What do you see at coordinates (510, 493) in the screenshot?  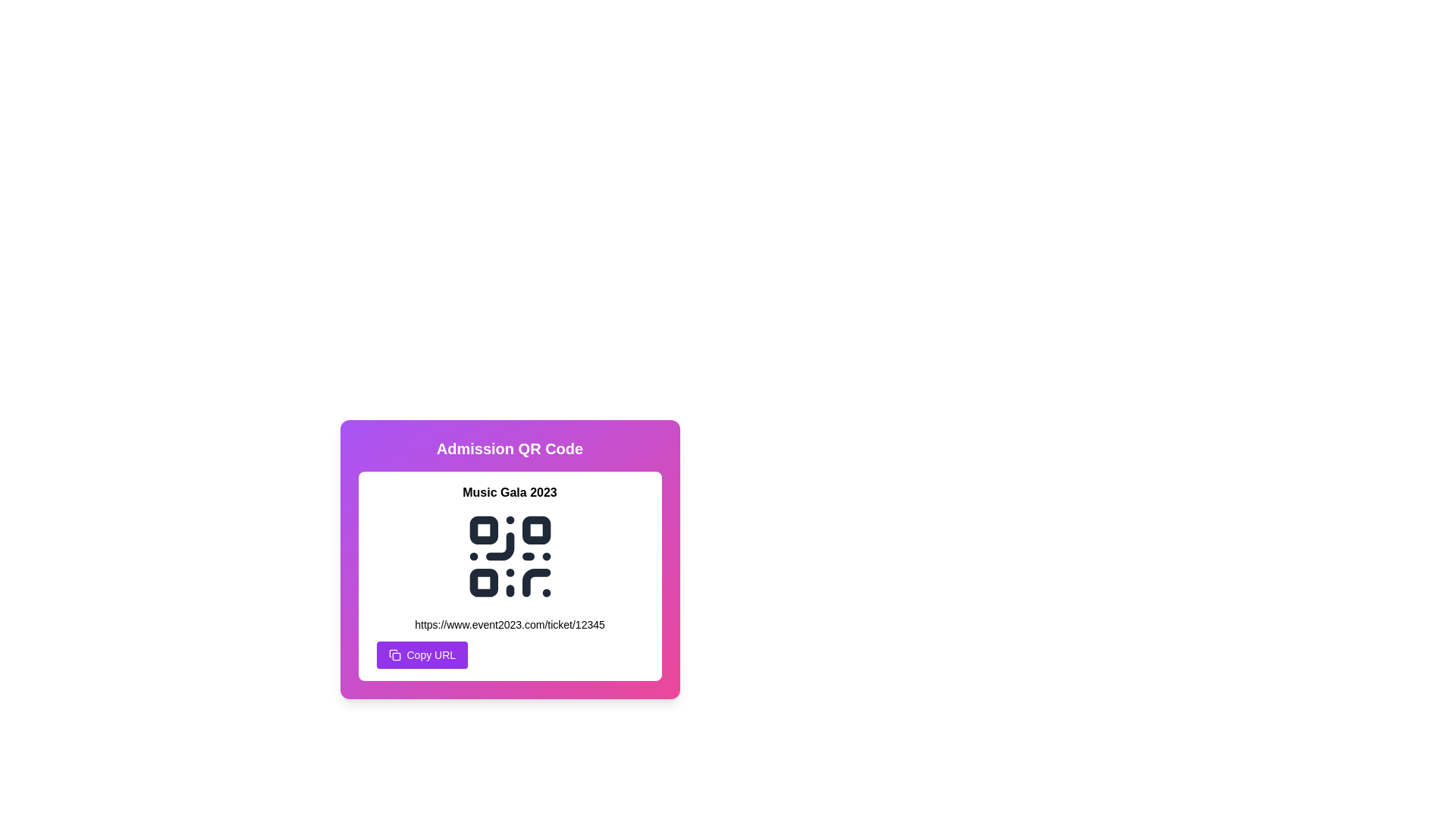 I see `the Text Label that identifies the QR code section, located between the header 'Admission QR Code' and the QR code graphic` at bounding box center [510, 493].